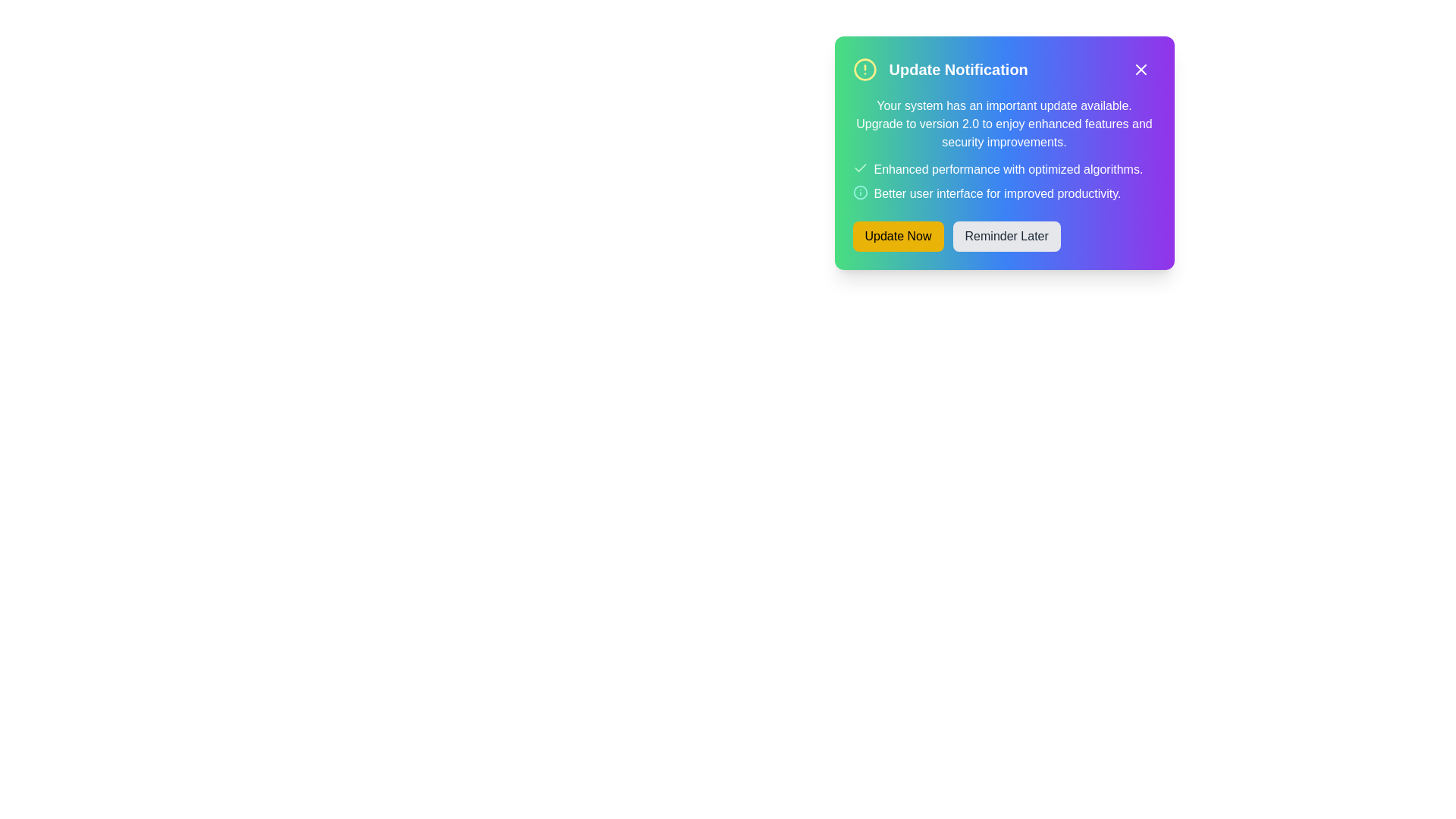 This screenshot has height=819, width=1456. Describe the element at coordinates (1141, 70) in the screenshot. I see `the 'X'-shaped close icon located in the upper-right corner of the notification card` at that location.